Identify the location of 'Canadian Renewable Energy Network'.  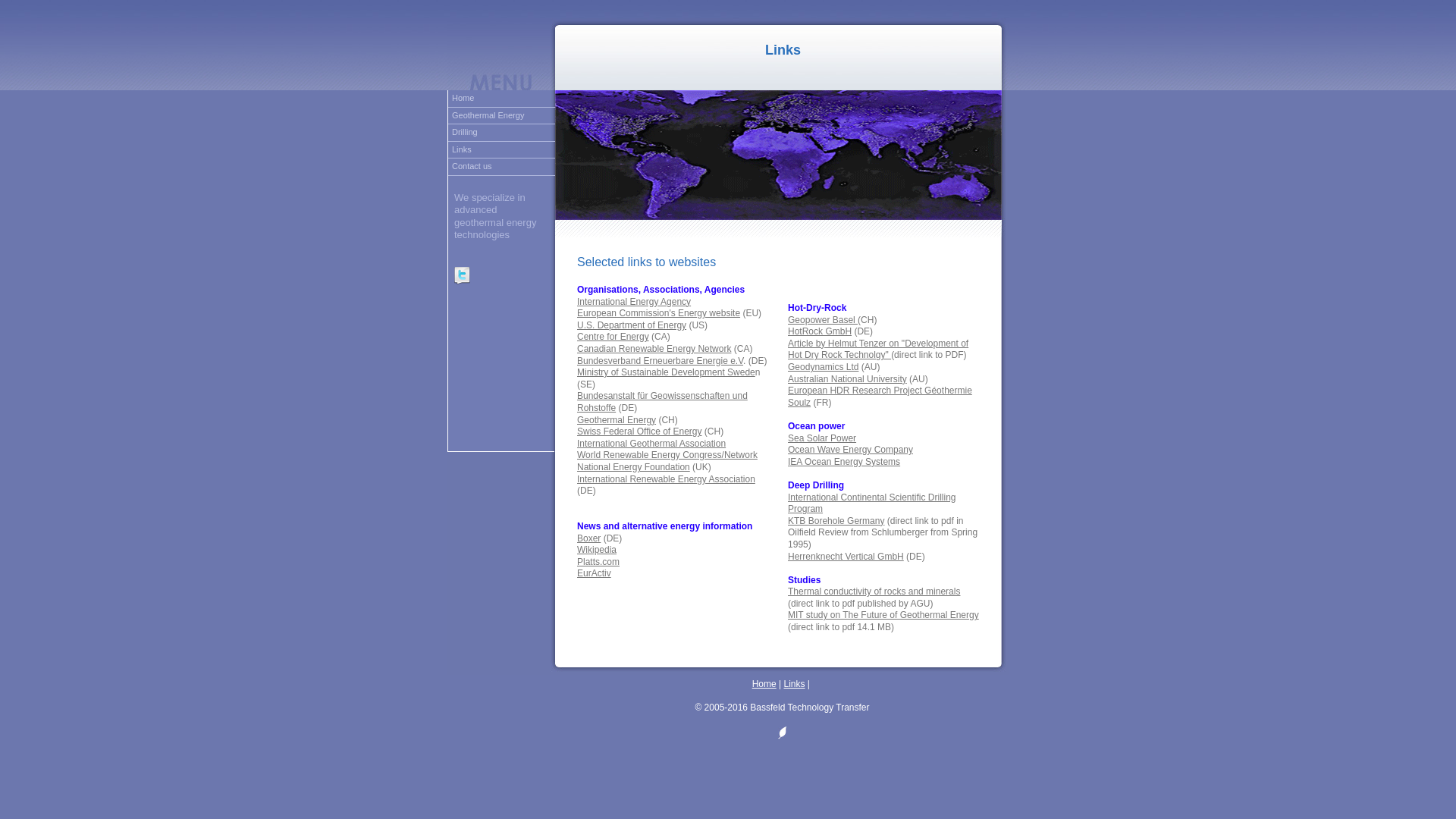
(654, 348).